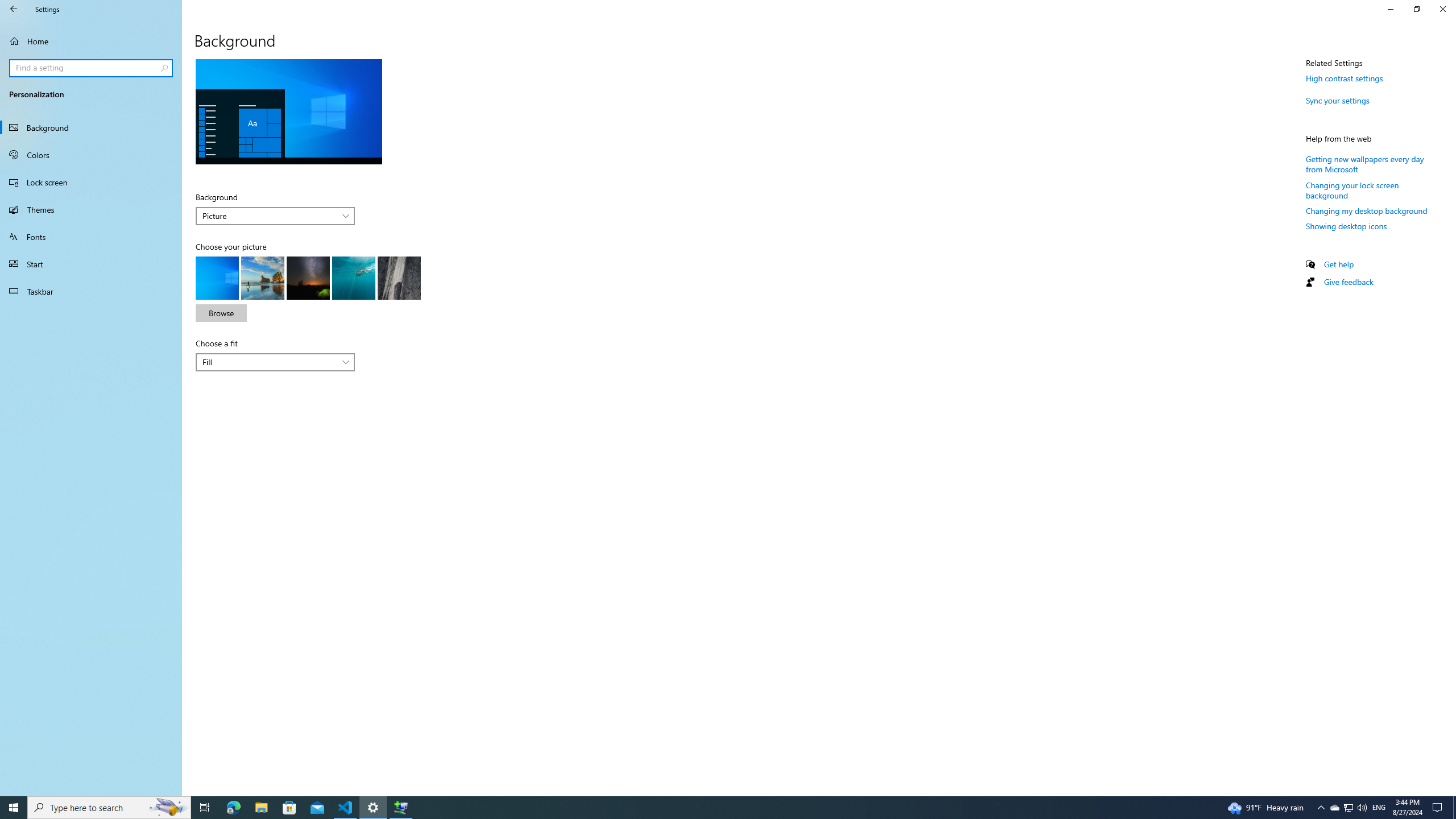 Image resolution: width=1456 pixels, height=819 pixels. What do you see at coordinates (1365, 163) in the screenshot?
I see `'Getting new wallpapers every day from Microsoft'` at bounding box center [1365, 163].